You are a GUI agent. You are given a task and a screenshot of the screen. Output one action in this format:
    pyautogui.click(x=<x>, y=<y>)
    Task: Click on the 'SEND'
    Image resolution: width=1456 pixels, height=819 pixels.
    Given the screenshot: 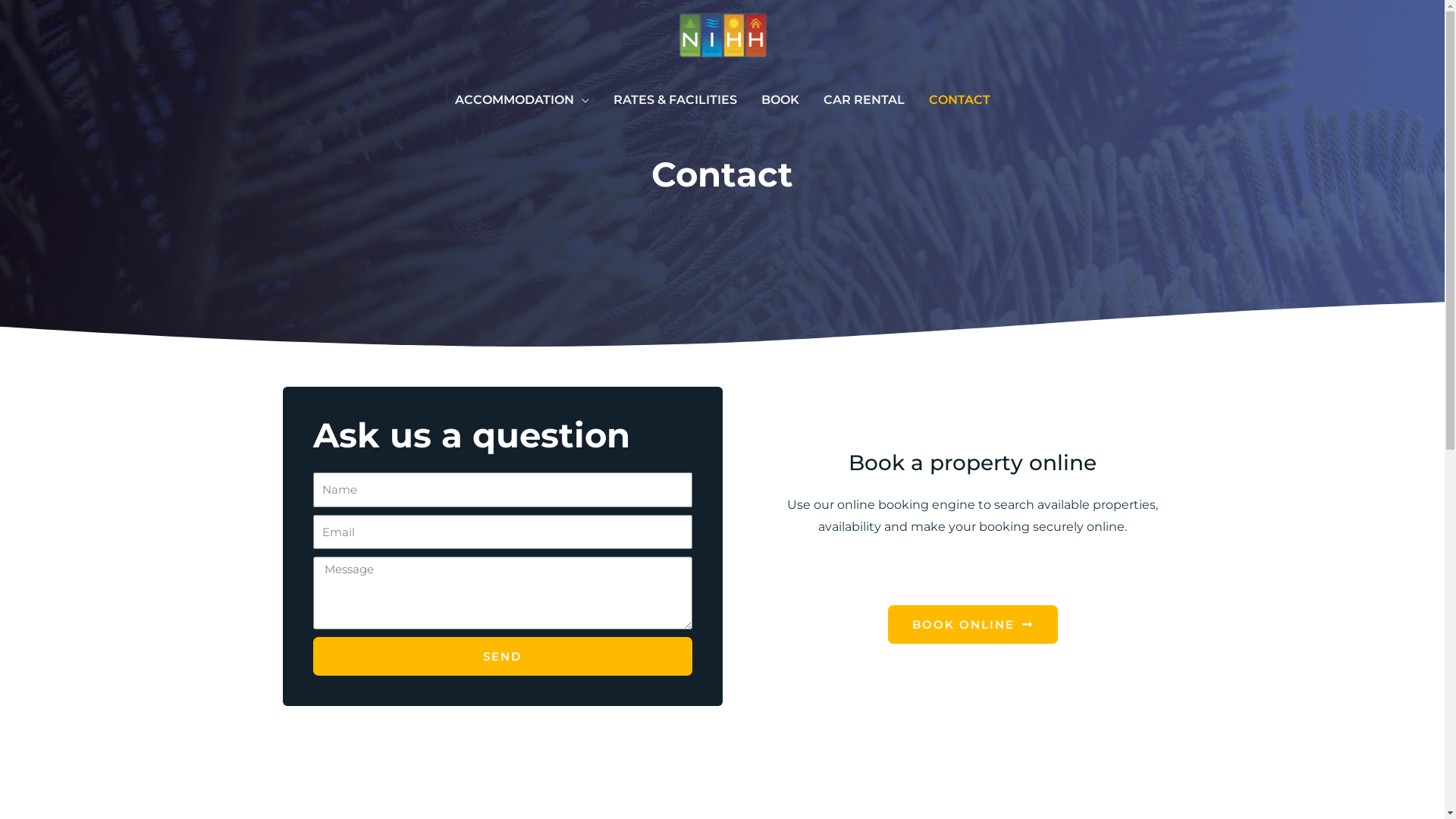 What is the action you would take?
    pyautogui.click(x=502, y=655)
    